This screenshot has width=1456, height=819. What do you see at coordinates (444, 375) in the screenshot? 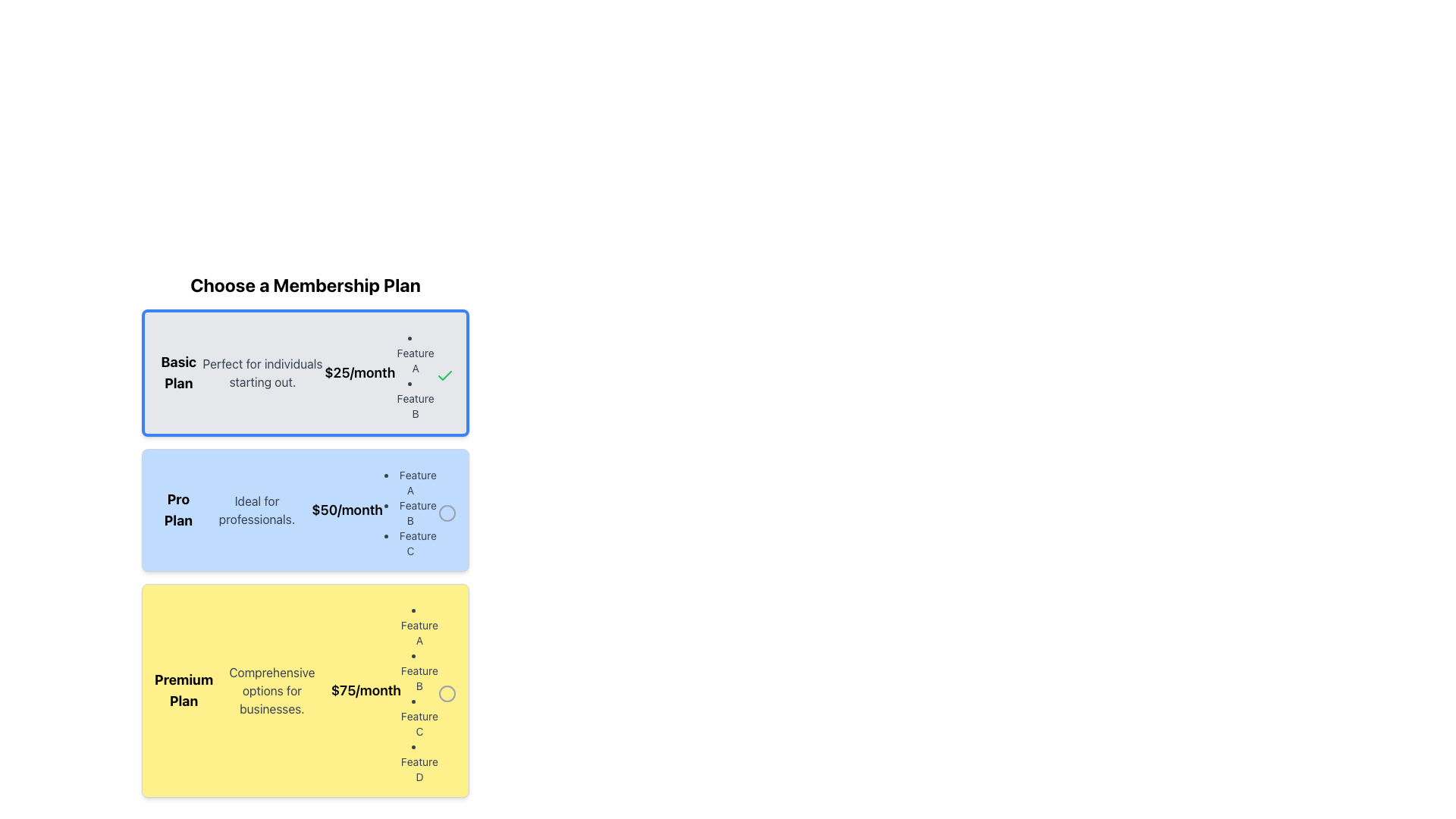
I see `the green checkmark icon indicating an active feature located in the top-right portion of the 'Basic Plan' card, near the price text '$25/month'` at bounding box center [444, 375].